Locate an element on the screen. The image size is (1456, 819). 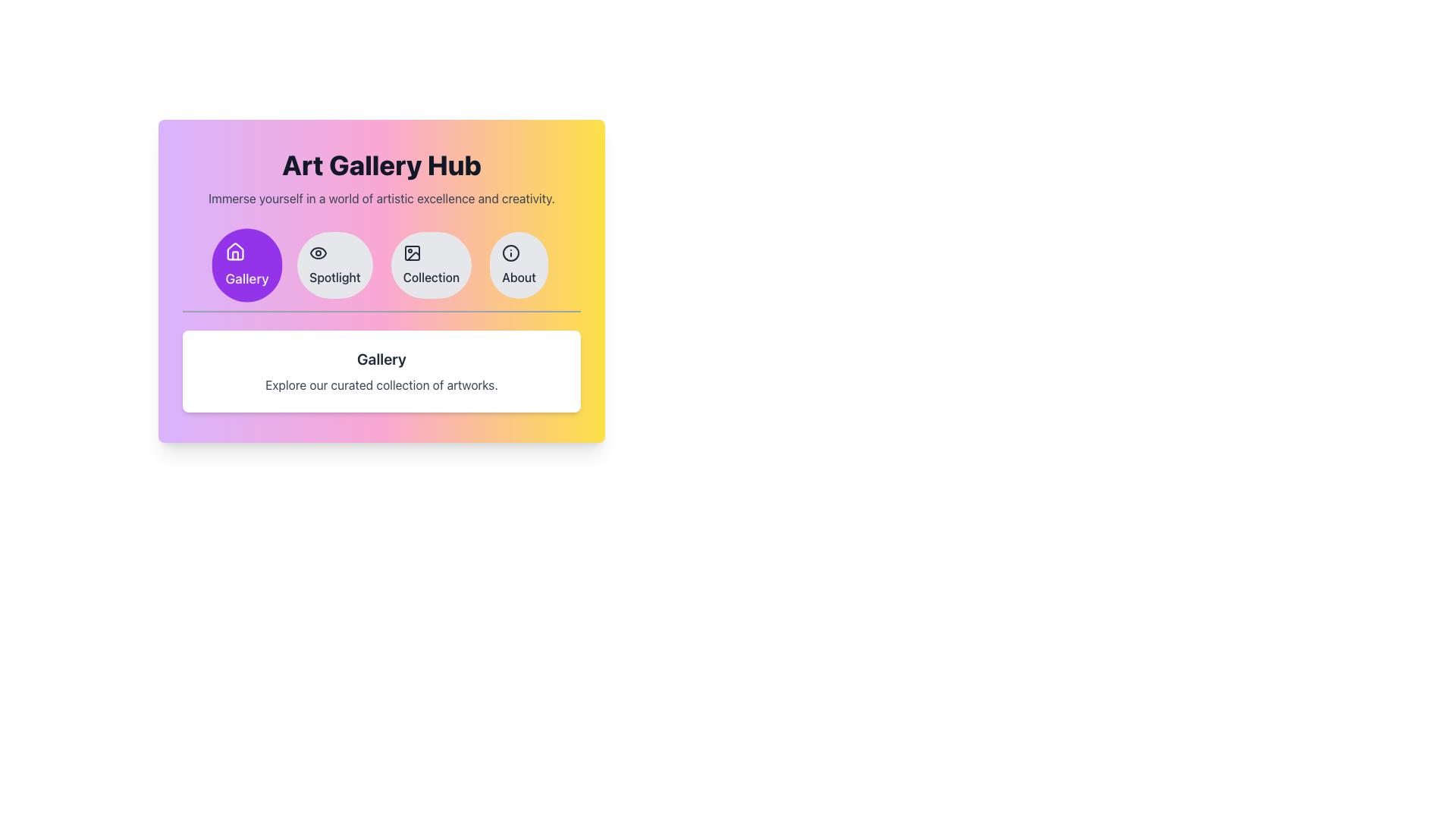
the circular button labeled 'Collection' with a light gray background and a centered image frame icon is located at coordinates (430, 265).